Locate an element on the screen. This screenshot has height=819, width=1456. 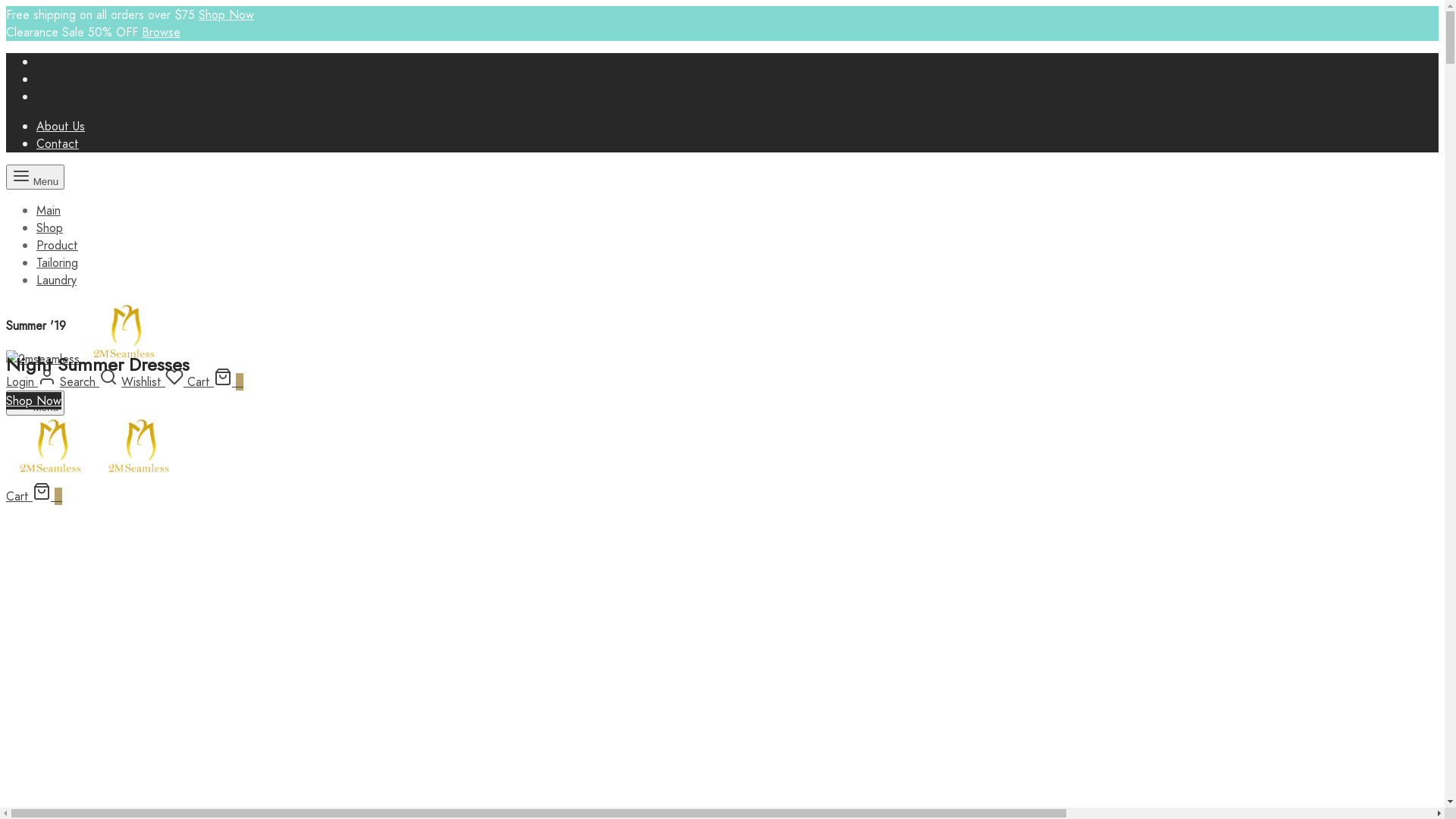
'Product' is located at coordinates (57, 244).